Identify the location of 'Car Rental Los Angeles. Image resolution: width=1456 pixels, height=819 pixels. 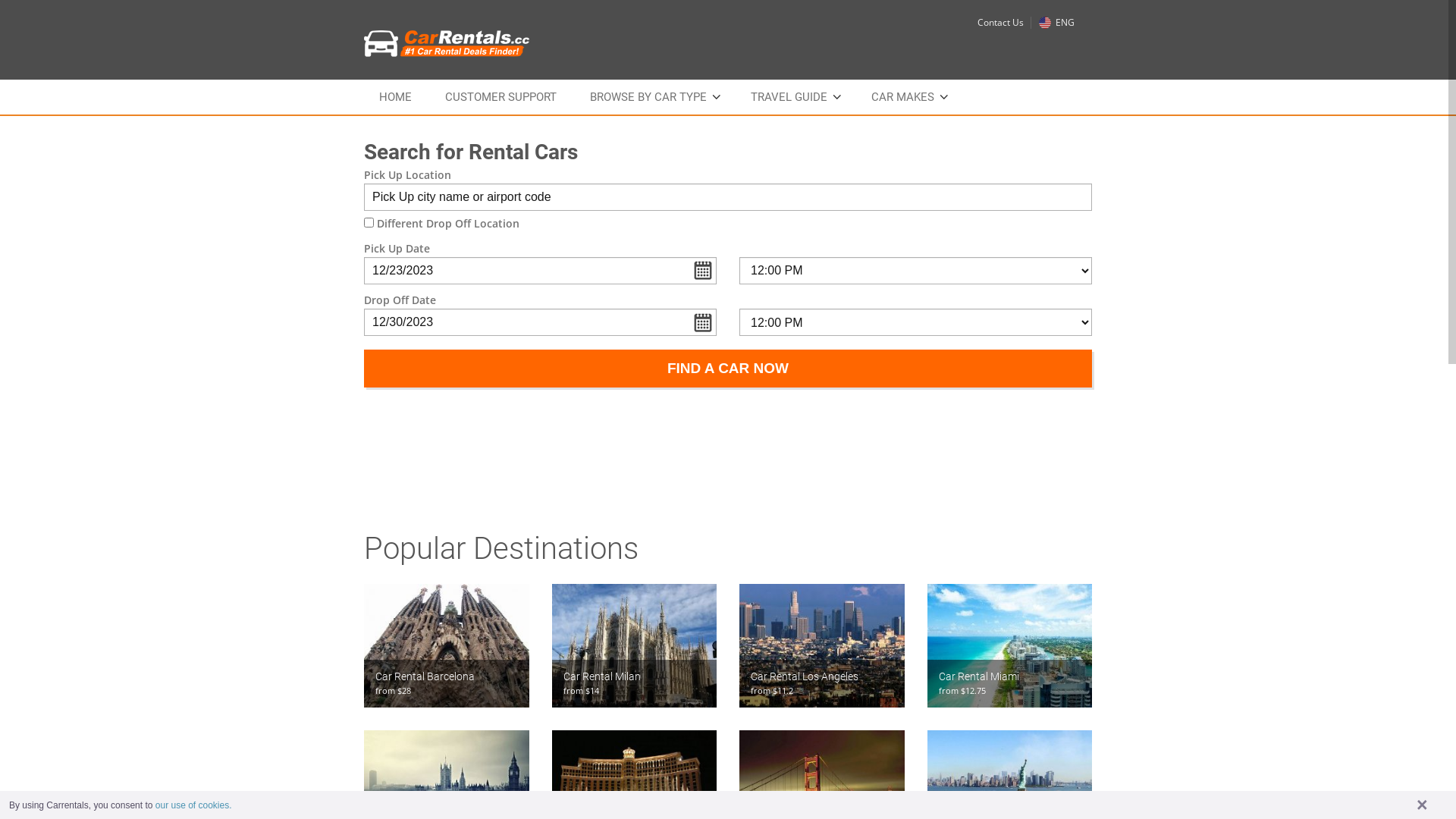
(821, 646).